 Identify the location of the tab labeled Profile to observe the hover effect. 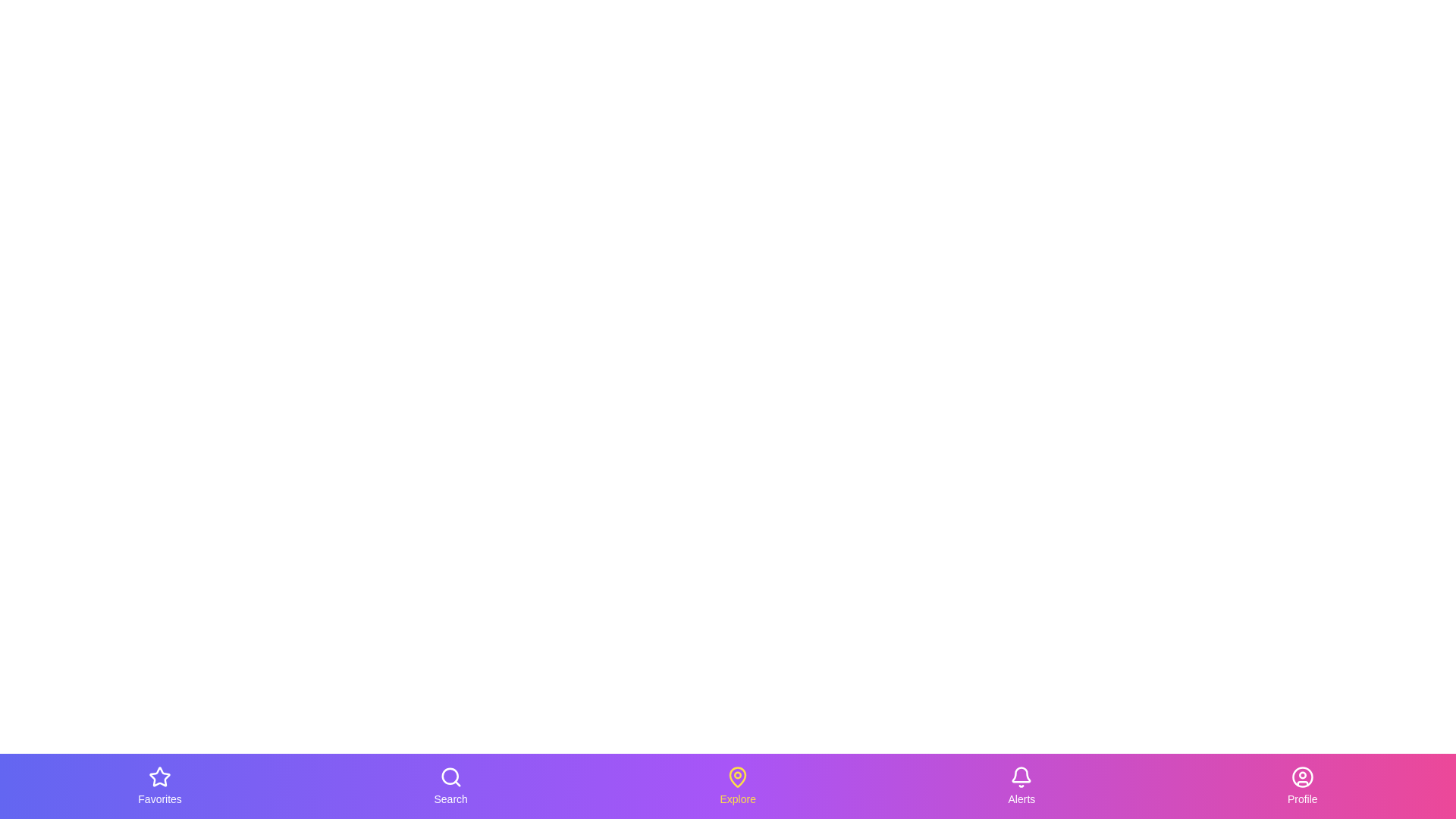
(1301, 786).